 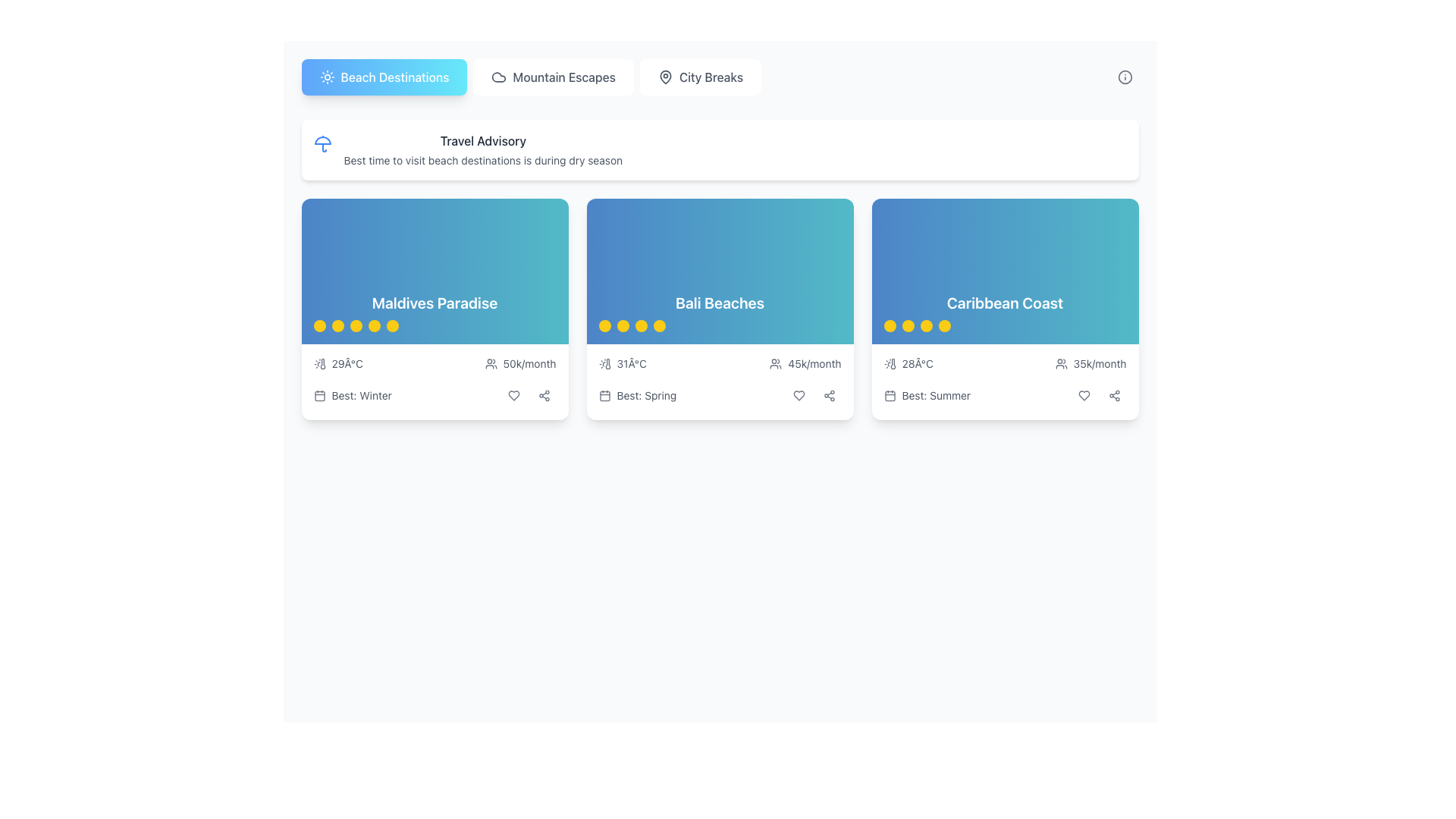 What do you see at coordinates (513, 394) in the screenshot?
I see `the heart icon located in the bottom row of the 'Maldives Paradise' card` at bounding box center [513, 394].